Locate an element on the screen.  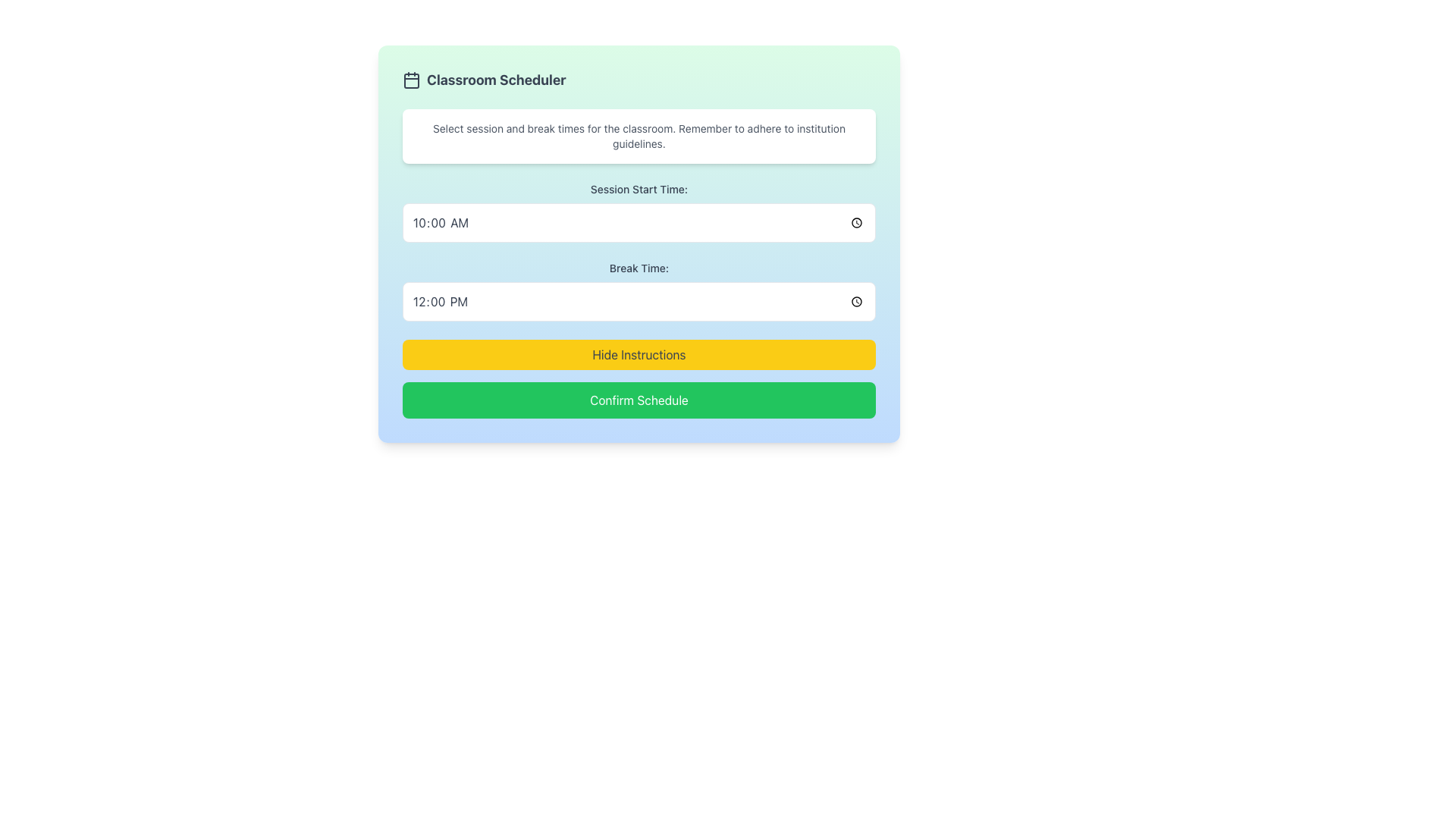
the button located directly below the 'Break Time:' input field to hide the instructional text or elements within the interface is located at coordinates (639, 354).